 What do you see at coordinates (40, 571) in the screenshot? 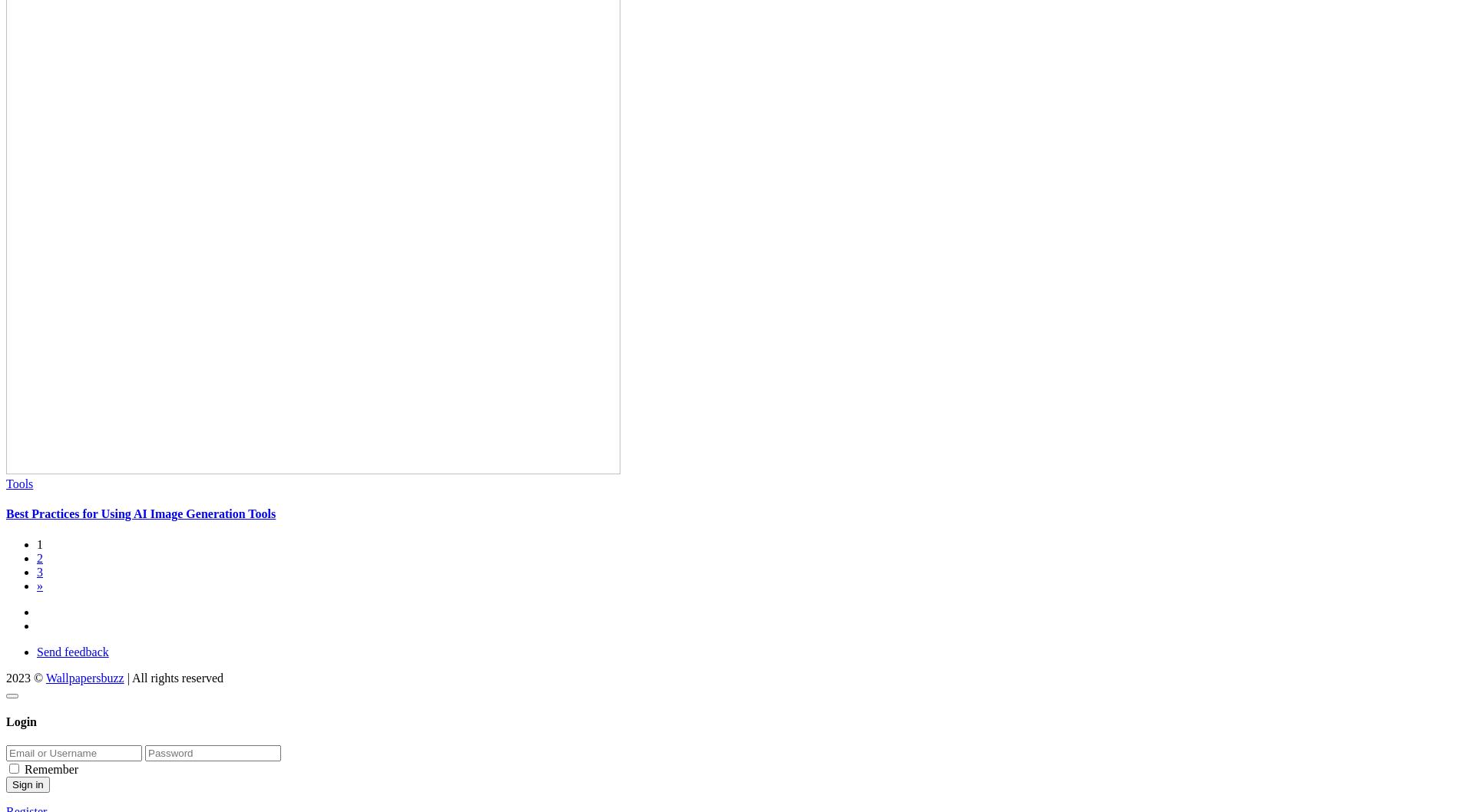
I see `'3'` at bounding box center [40, 571].